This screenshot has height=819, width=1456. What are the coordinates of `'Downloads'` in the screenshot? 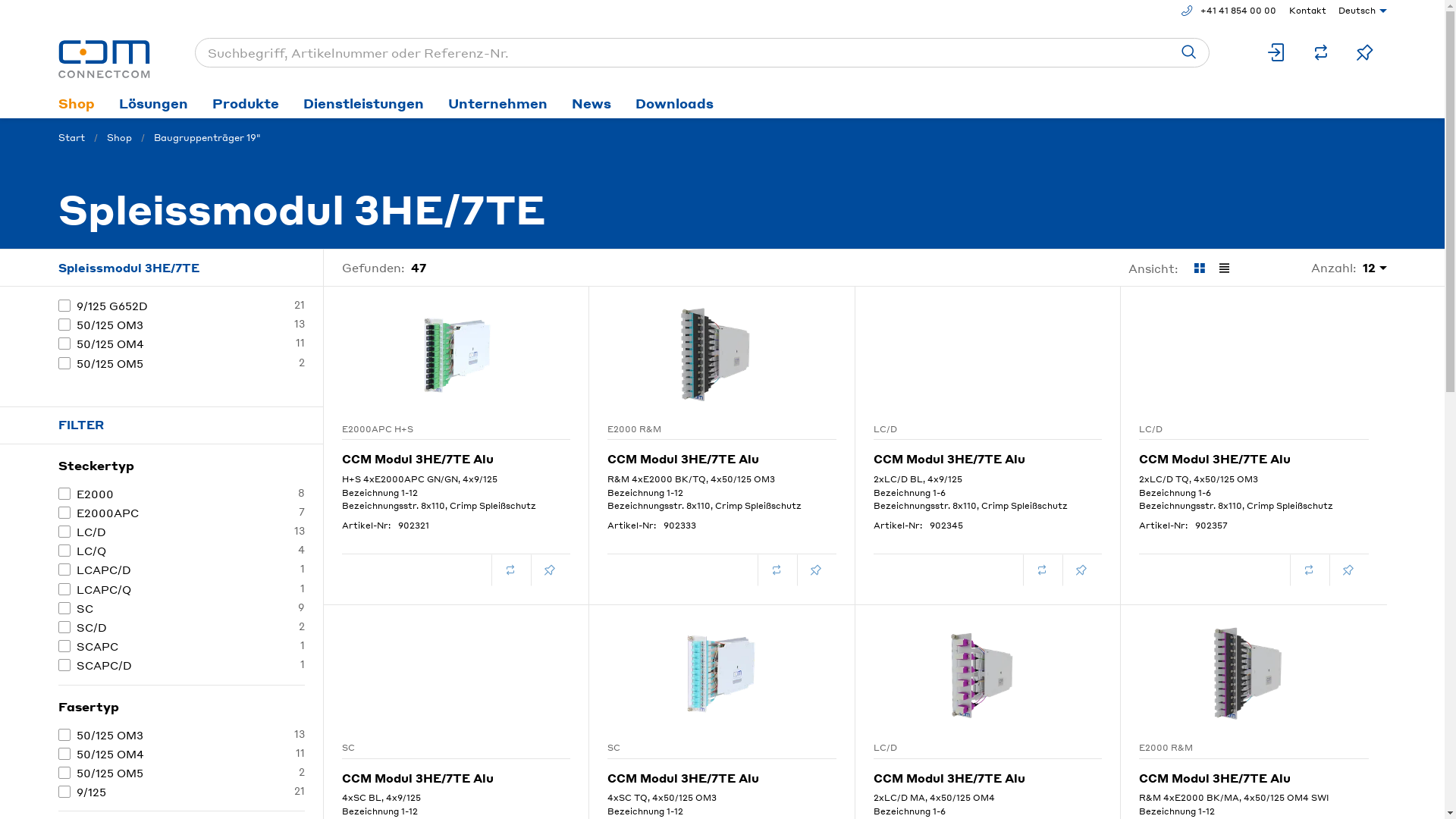 It's located at (673, 102).